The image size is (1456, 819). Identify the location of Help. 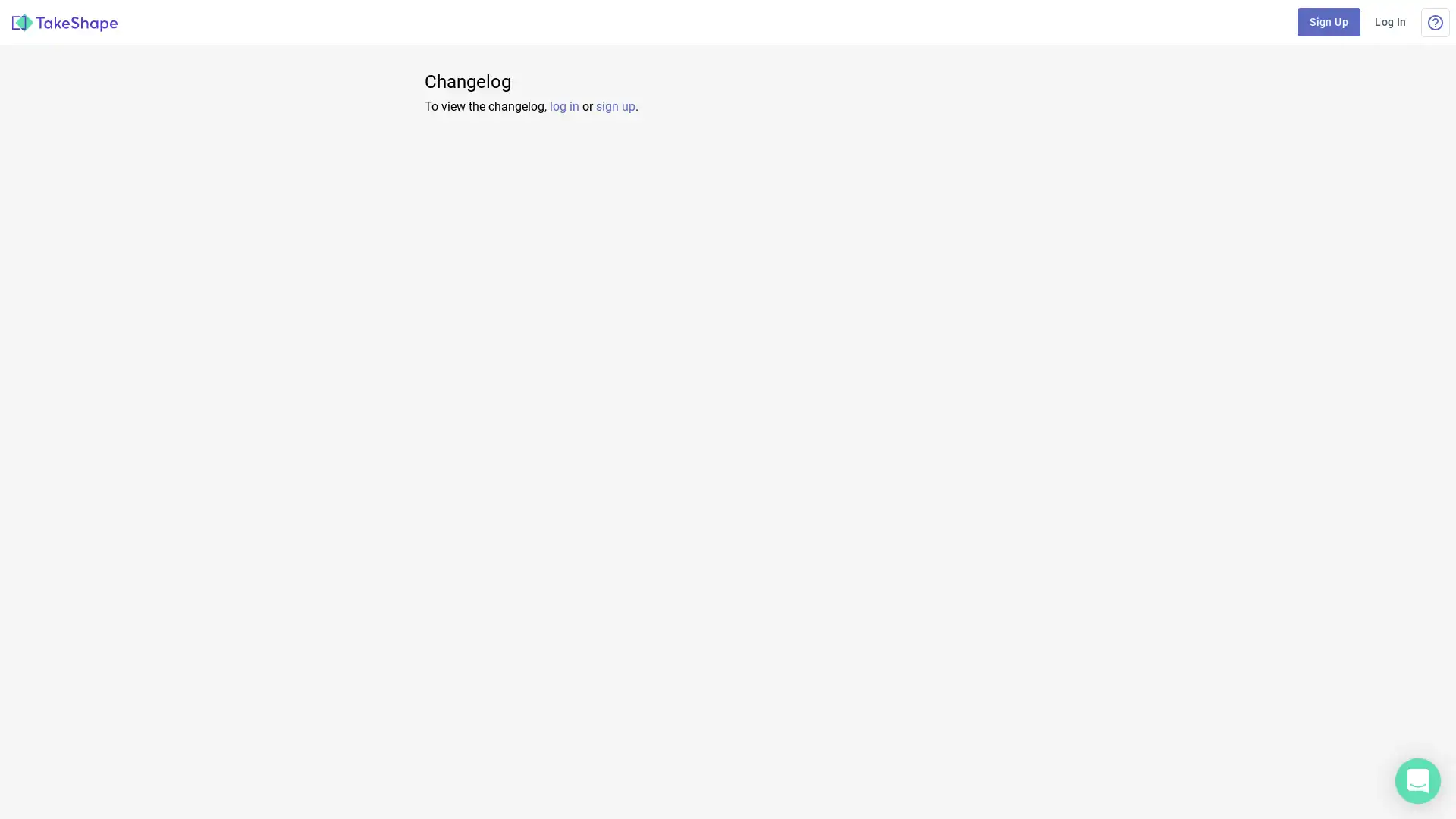
(1434, 22).